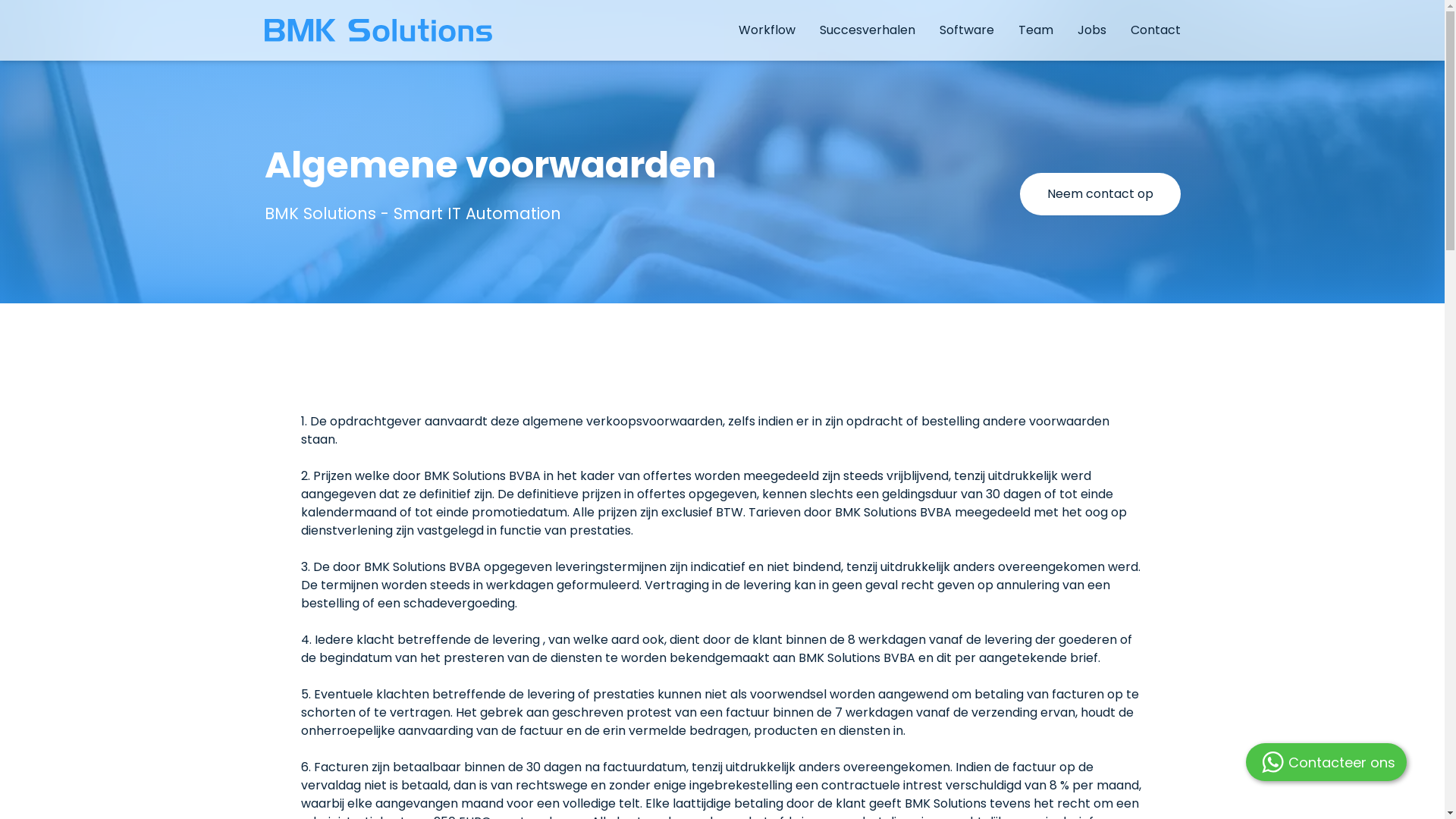 Image resolution: width=1456 pixels, height=819 pixels. I want to click on 'Software', so click(965, 30).